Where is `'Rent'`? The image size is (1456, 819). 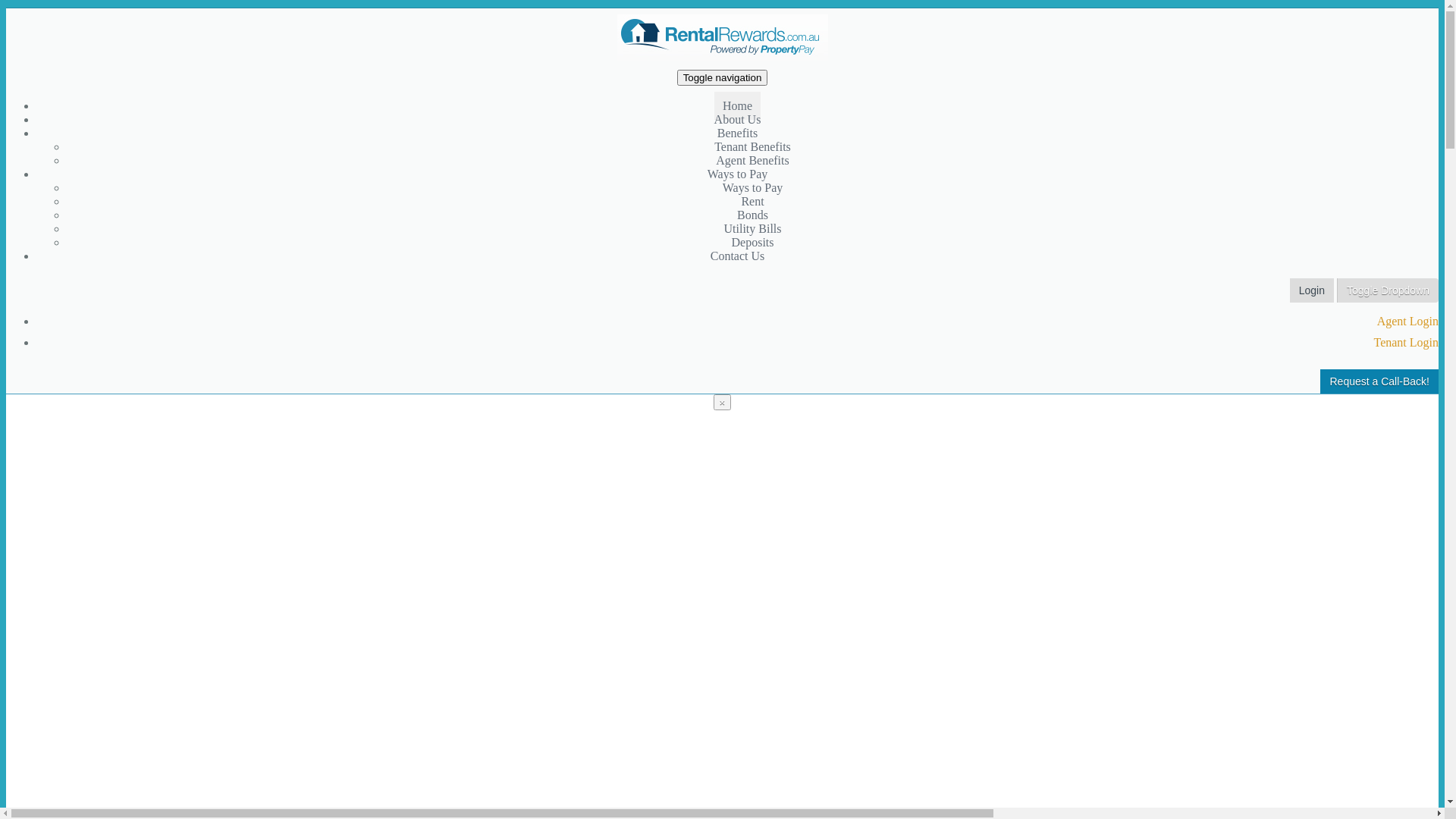 'Rent' is located at coordinates (741, 200).